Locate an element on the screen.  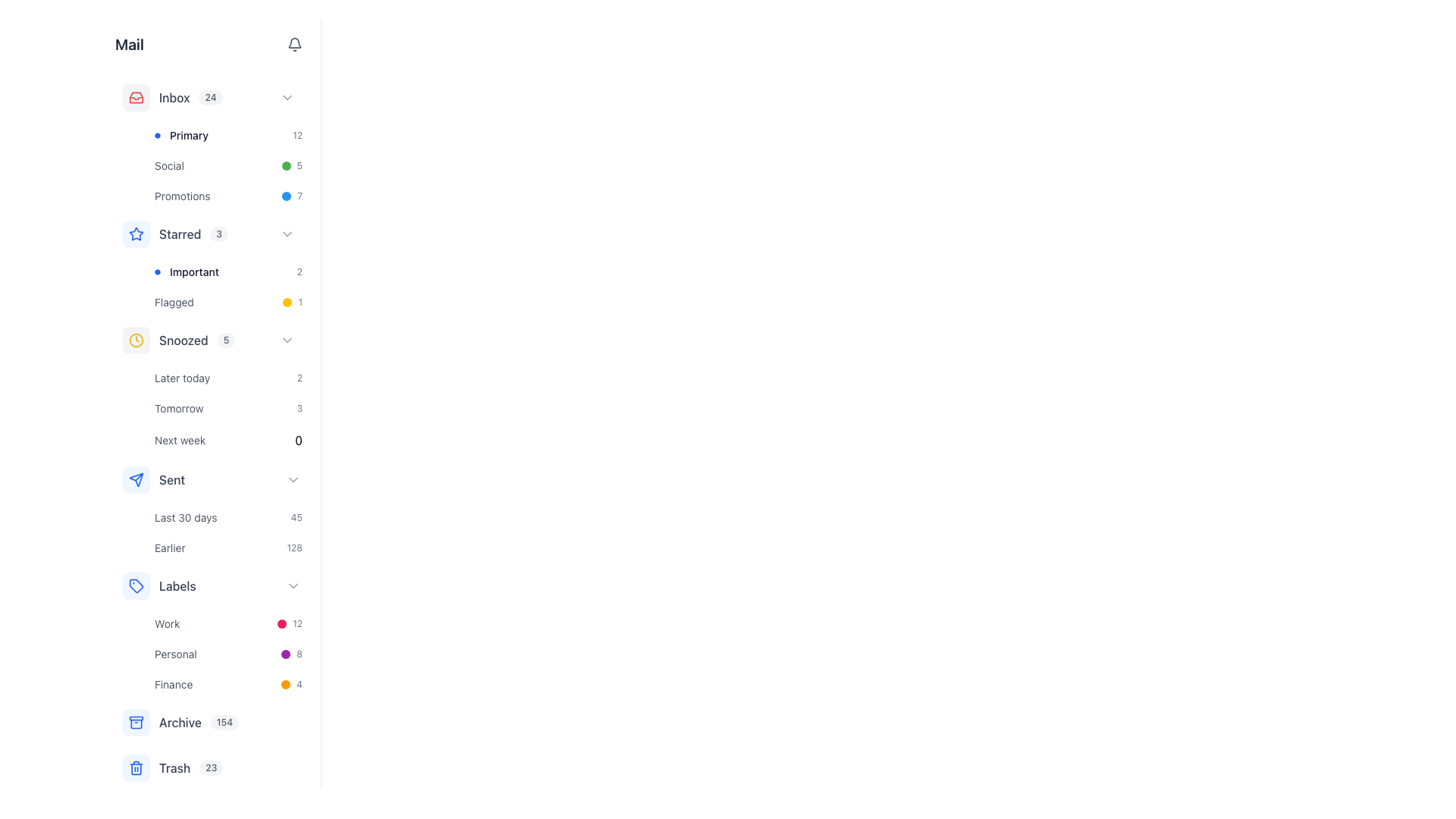
the static label displaying the numeral '1' in a gray-colored font, which is positioned to the right of a circular icon with a yellow background in the sidebar navigation interface under the 'Flagged' label is located at coordinates (300, 302).